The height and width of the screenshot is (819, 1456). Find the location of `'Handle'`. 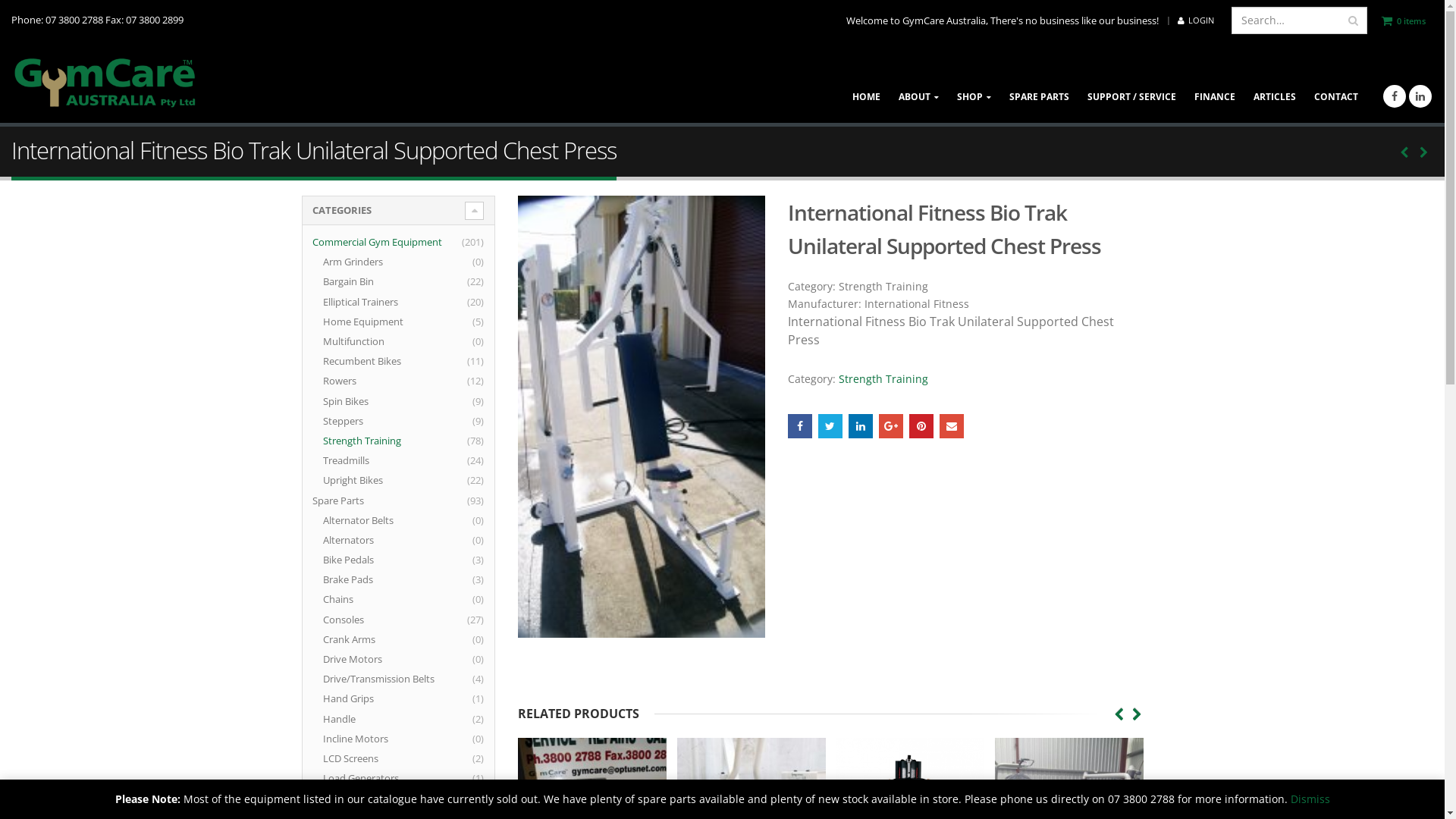

'Handle' is located at coordinates (348, 718).